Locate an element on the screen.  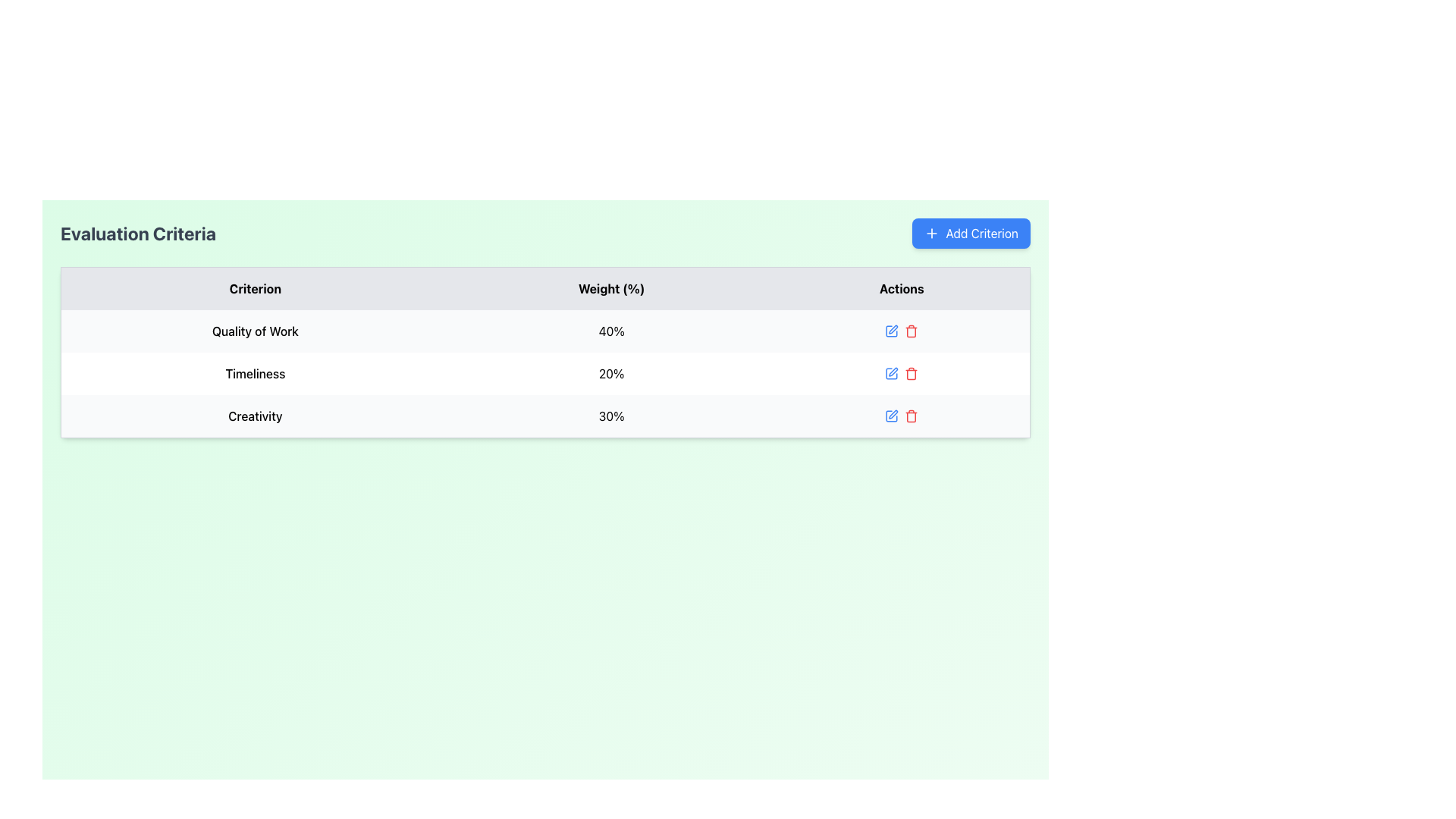
the edit action icon, which resembles an angled pen, located in the 'Actions' column of the table row for 'Timeliness' is located at coordinates (893, 372).